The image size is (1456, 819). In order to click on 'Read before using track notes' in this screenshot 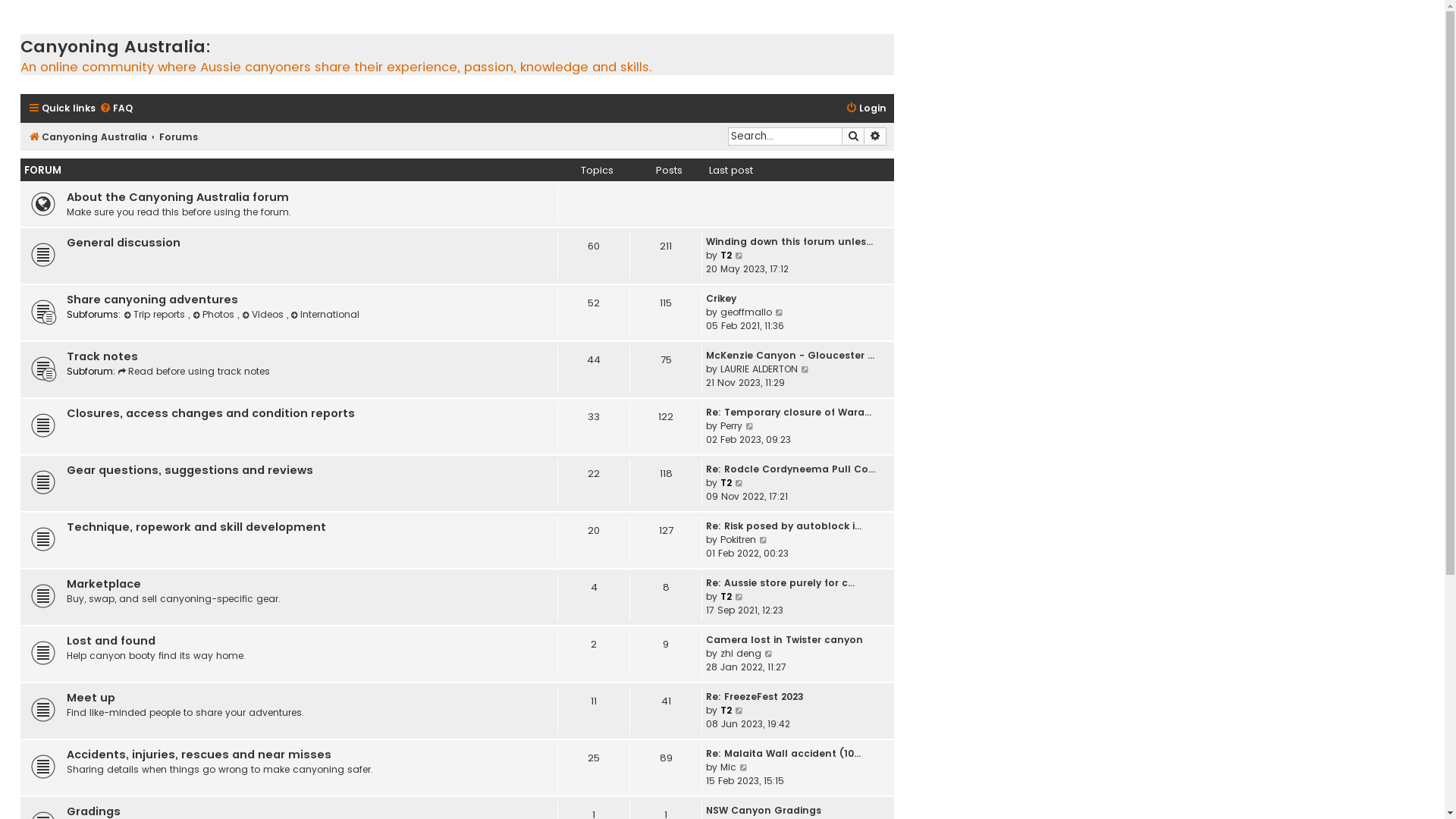, I will do `click(193, 371)`.